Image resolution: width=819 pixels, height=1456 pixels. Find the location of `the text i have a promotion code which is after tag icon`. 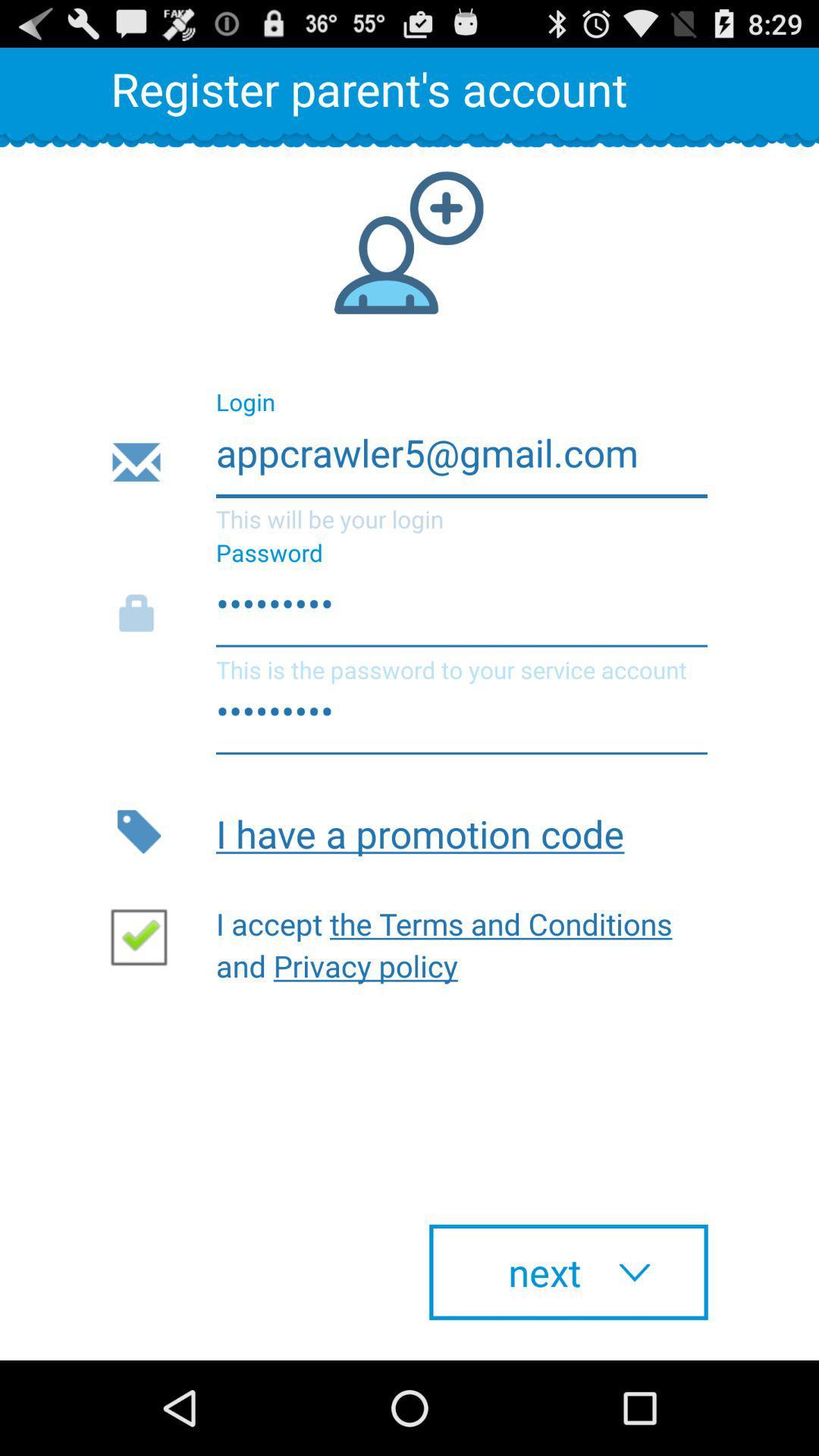

the text i have a promotion code which is after tag icon is located at coordinates (461, 831).